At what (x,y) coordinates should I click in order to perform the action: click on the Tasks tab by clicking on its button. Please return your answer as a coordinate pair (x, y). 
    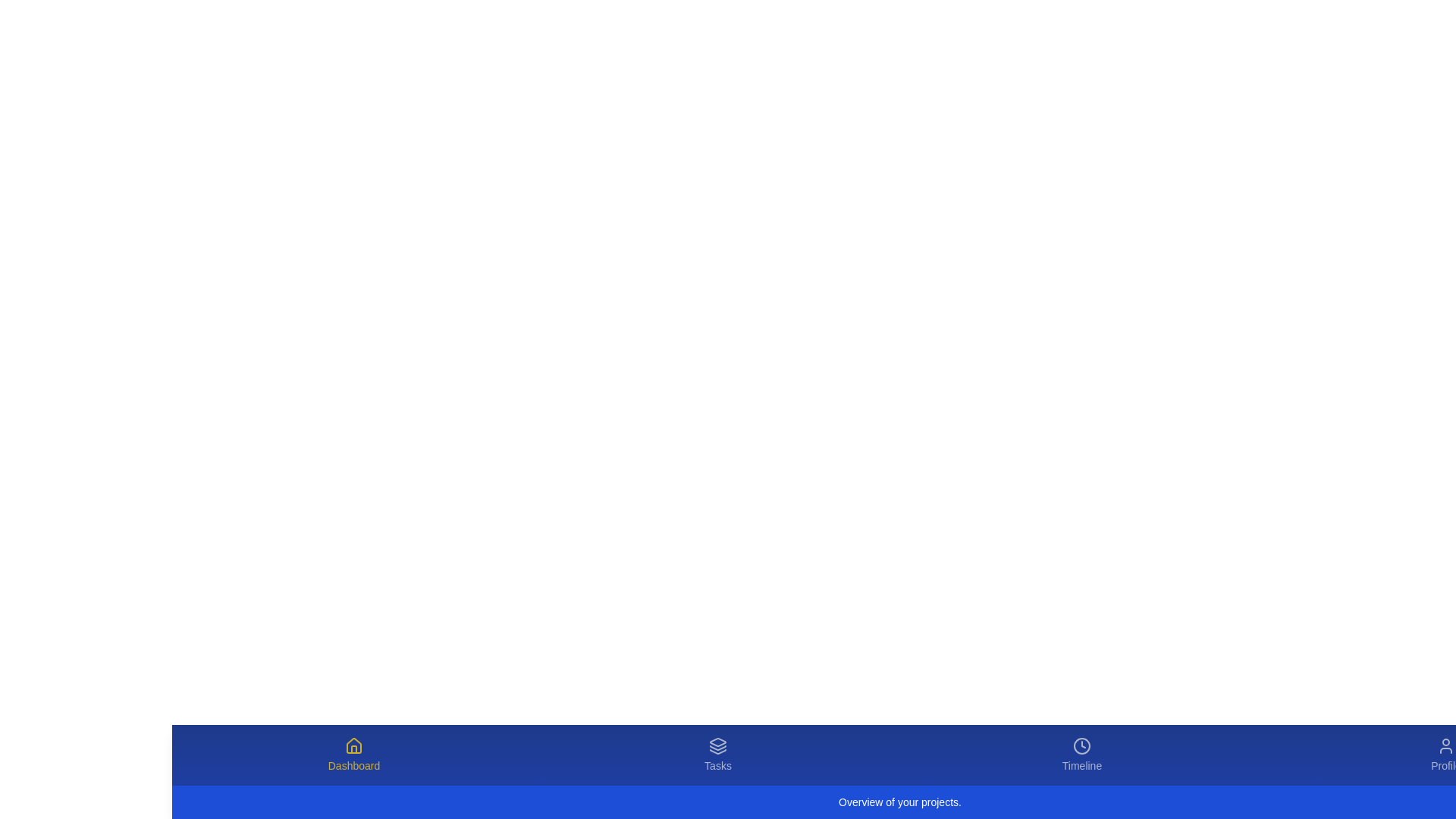
    Looking at the image, I should click on (717, 755).